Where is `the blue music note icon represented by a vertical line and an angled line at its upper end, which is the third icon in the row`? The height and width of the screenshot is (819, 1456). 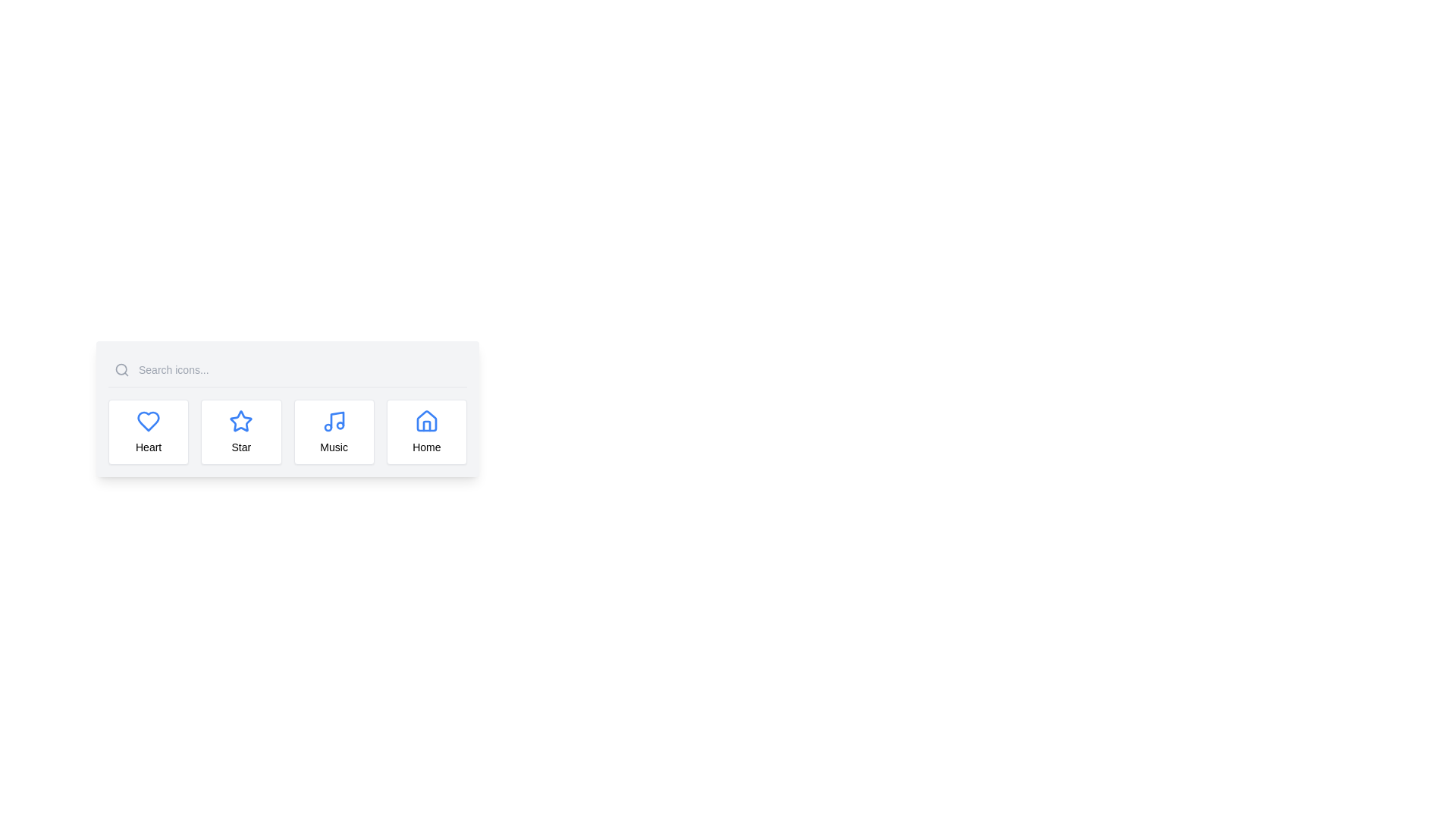 the blue music note icon represented by a vertical line and an angled line at its upper end, which is the third icon in the row is located at coordinates (336, 420).